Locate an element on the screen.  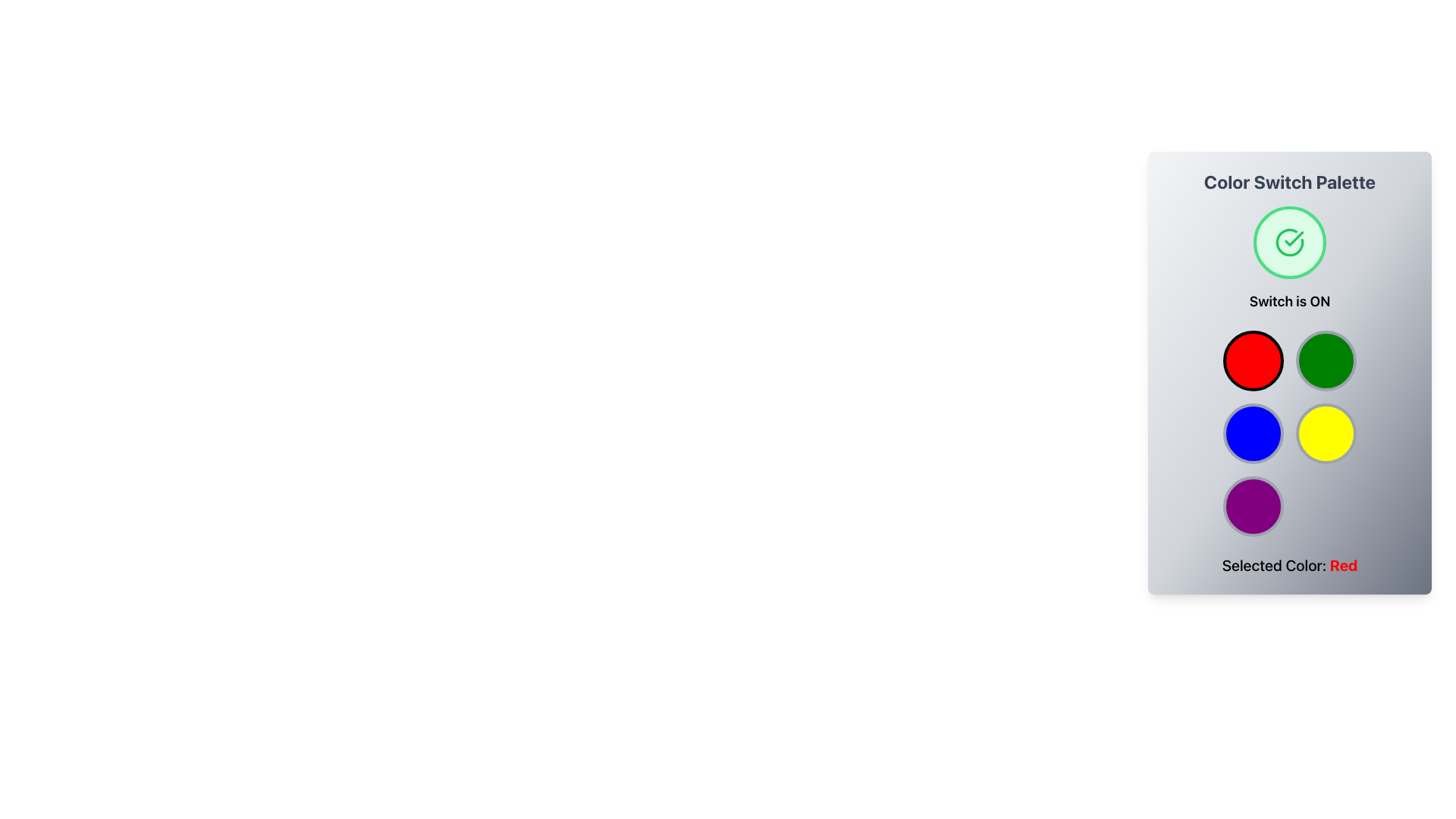
the circular button with a purple background and gray border from the bottom-left corner of the grid is located at coordinates (1253, 506).